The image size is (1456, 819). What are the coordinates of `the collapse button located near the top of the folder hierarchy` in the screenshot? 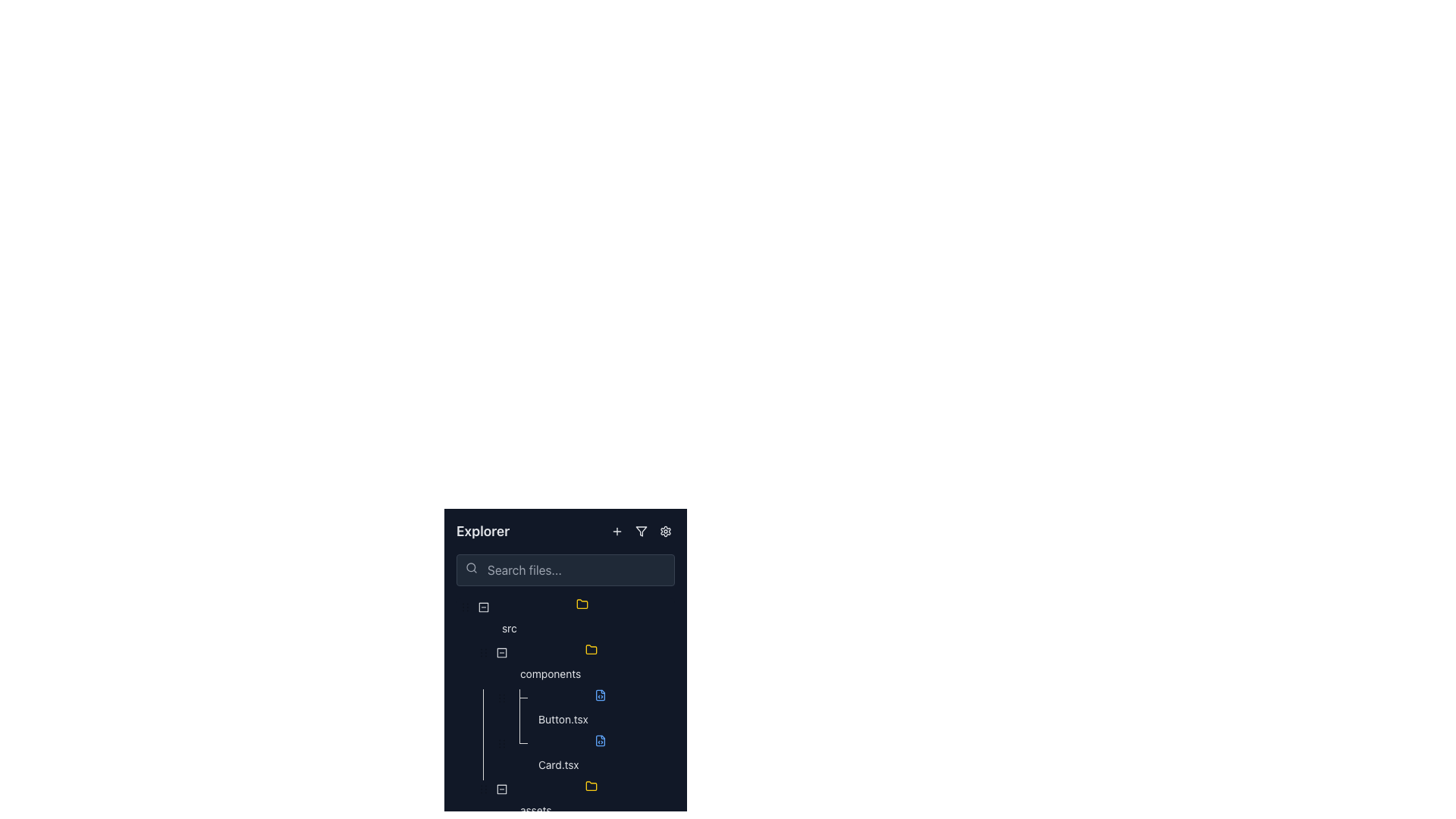 It's located at (502, 651).